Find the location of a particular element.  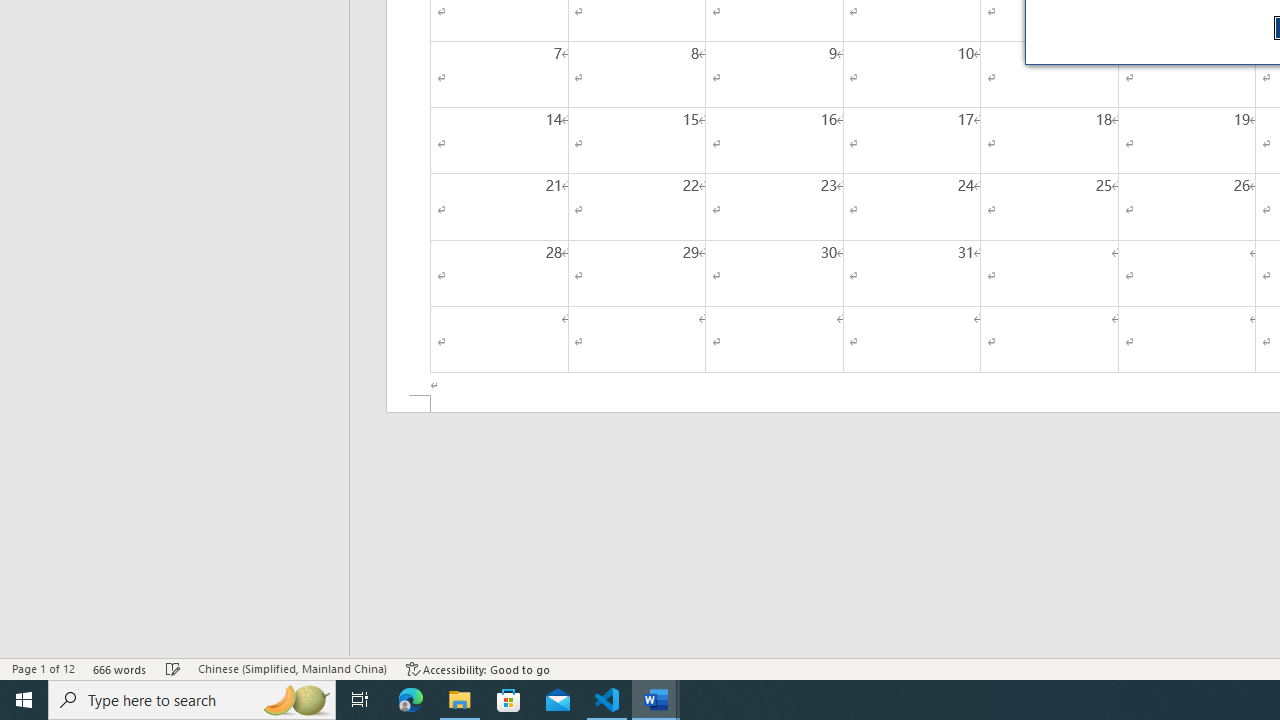

'Microsoft Store' is located at coordinates (509, 698).